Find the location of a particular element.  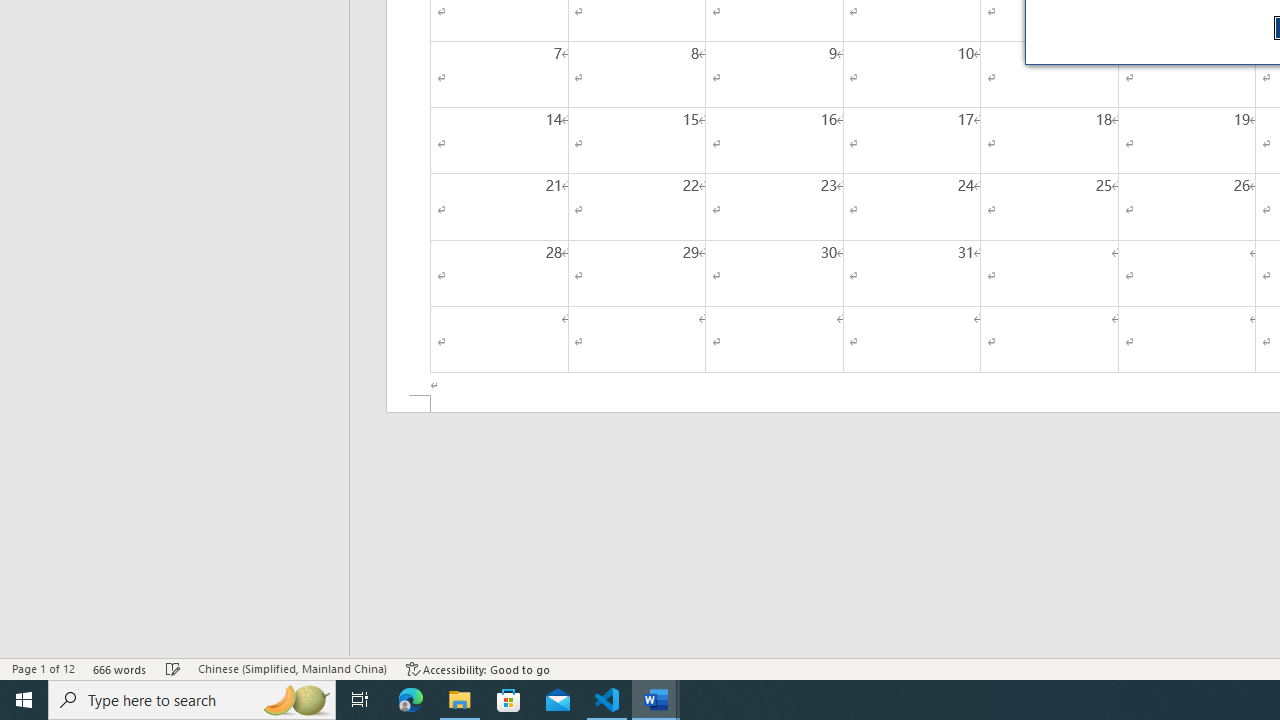

'Microsoft Store' is located at coordinates (509, 698).